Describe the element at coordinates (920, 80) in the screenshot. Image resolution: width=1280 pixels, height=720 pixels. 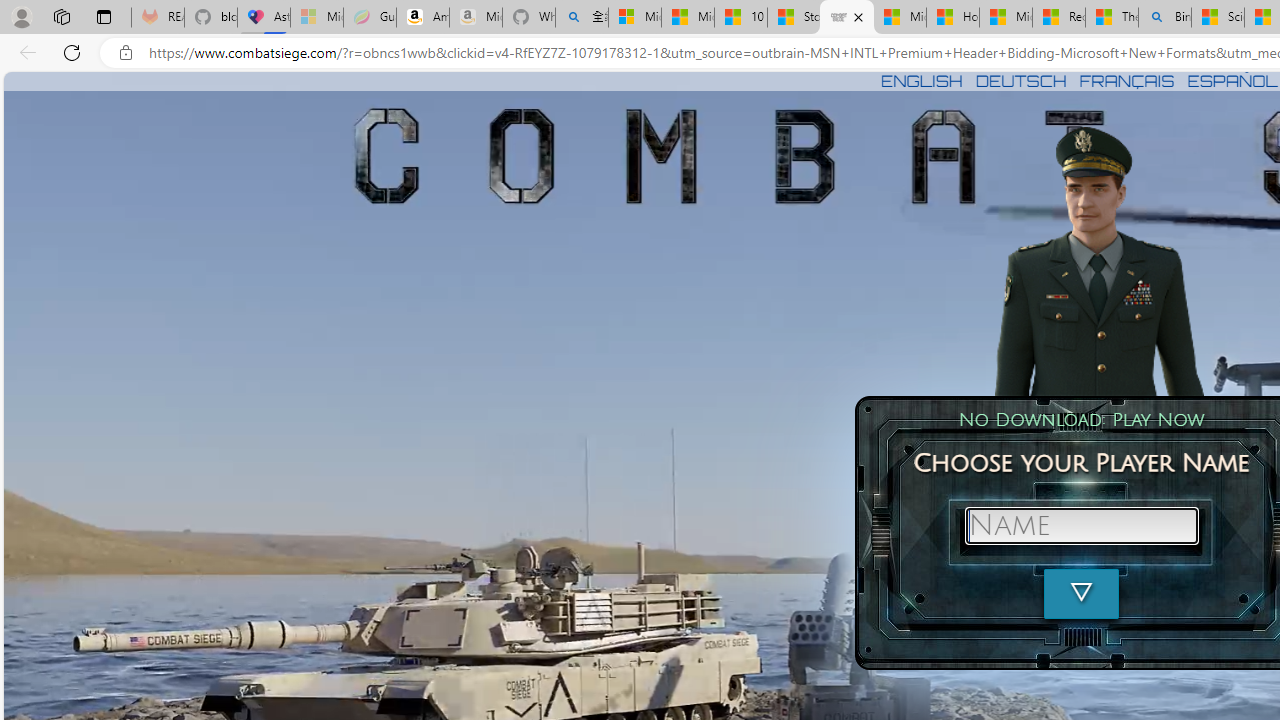
I see `'ENGLISH'` at that location.